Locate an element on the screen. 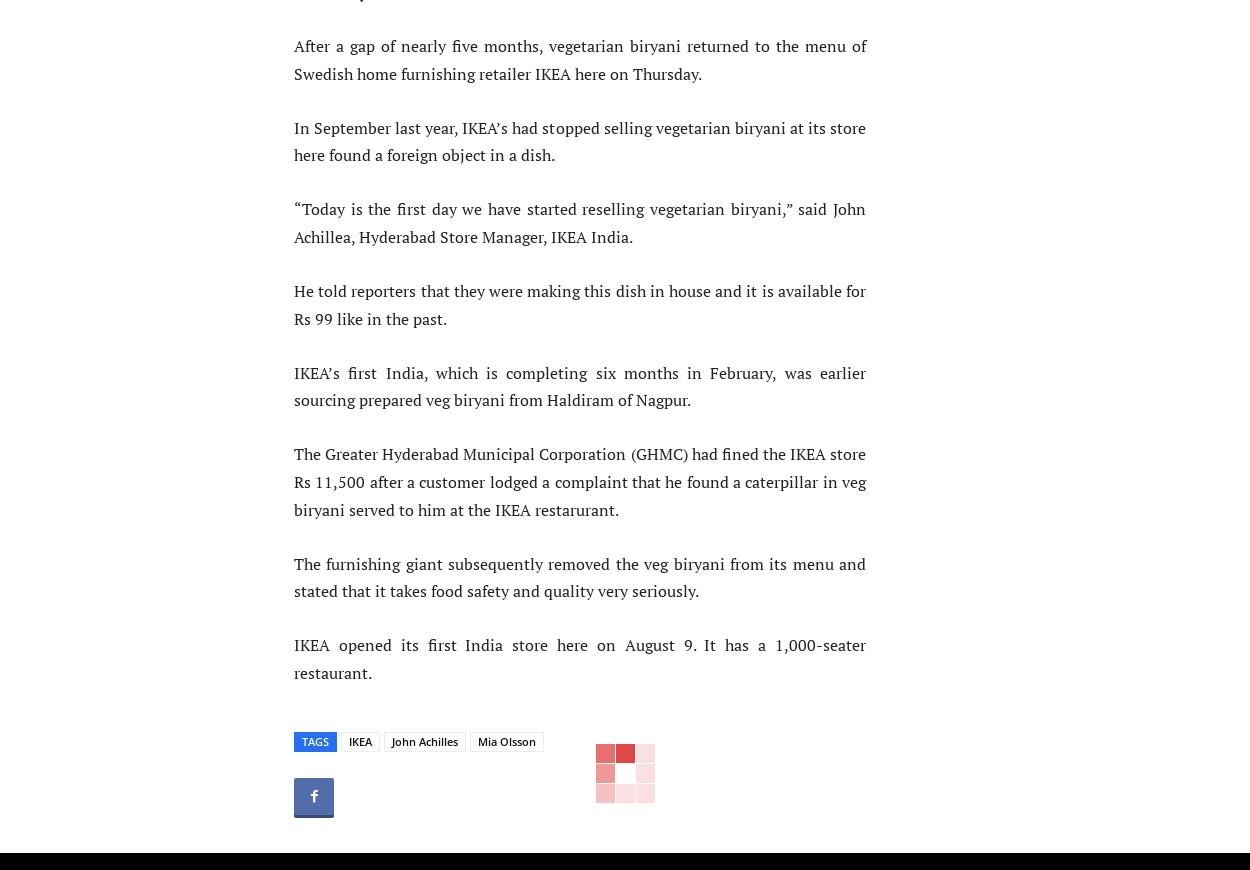 This screenshot has width=1250, height=870. 'IKEA opened its first India store here on August 9. It has a 1,000-seater restaurant.' is located at coordinates (579, 659).